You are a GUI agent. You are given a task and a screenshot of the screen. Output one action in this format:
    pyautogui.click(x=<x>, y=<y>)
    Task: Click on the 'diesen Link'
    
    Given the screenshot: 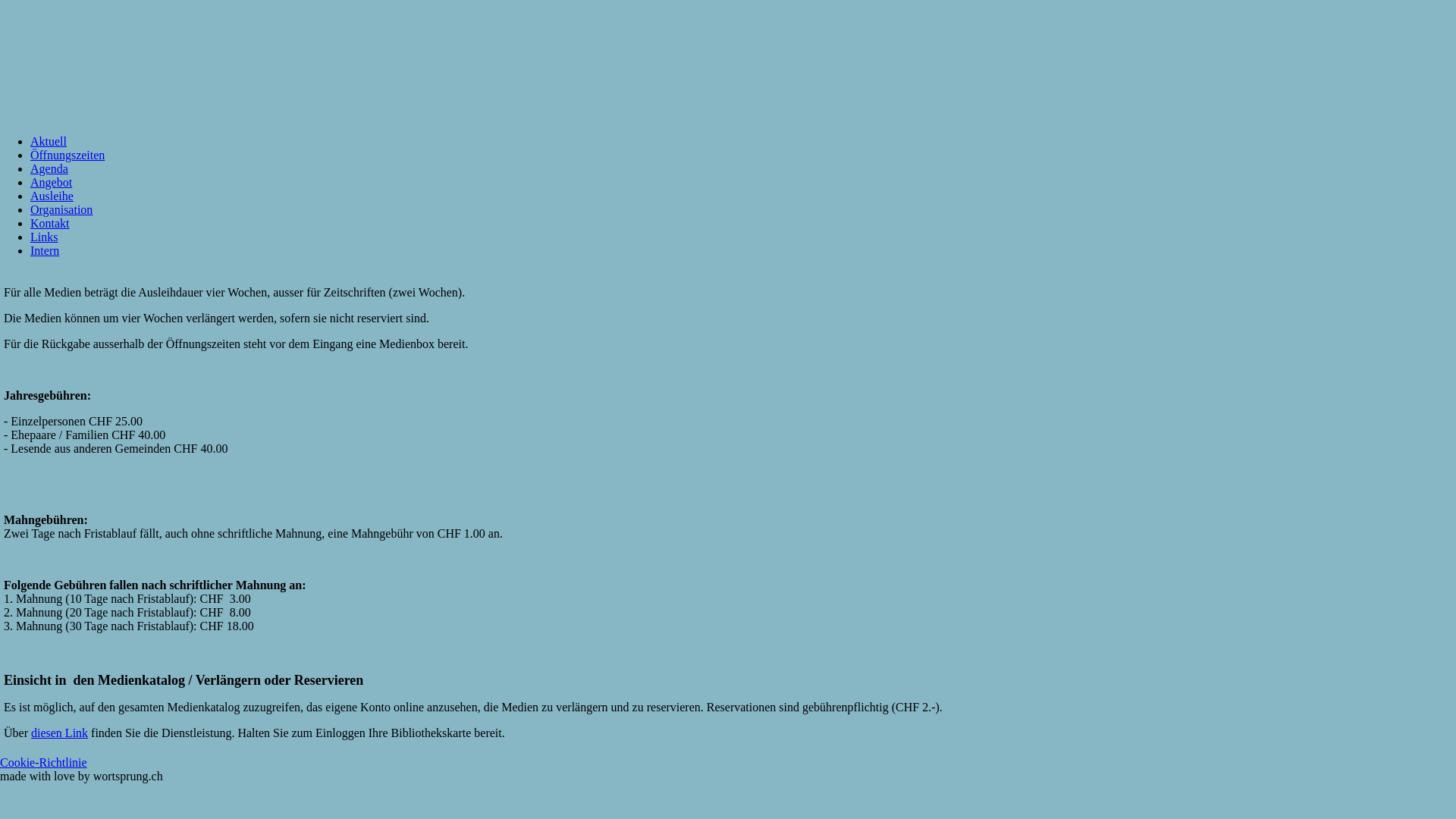 What is the action you would take?
    pyautogui.click(x=59, y=732)
    